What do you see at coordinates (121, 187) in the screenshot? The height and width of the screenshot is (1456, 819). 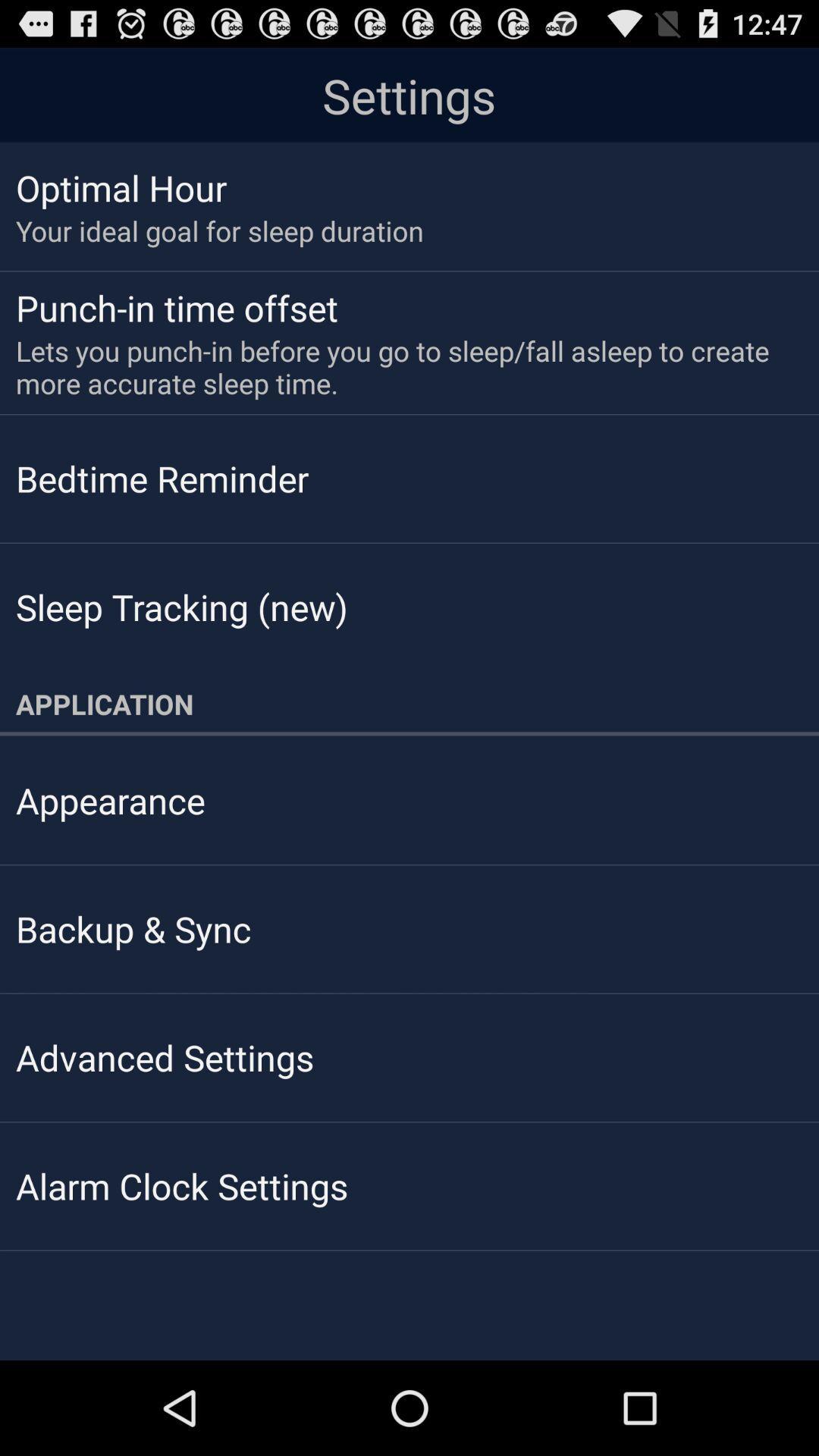 I see `the optimal hour` at bounding box center [121, 187].